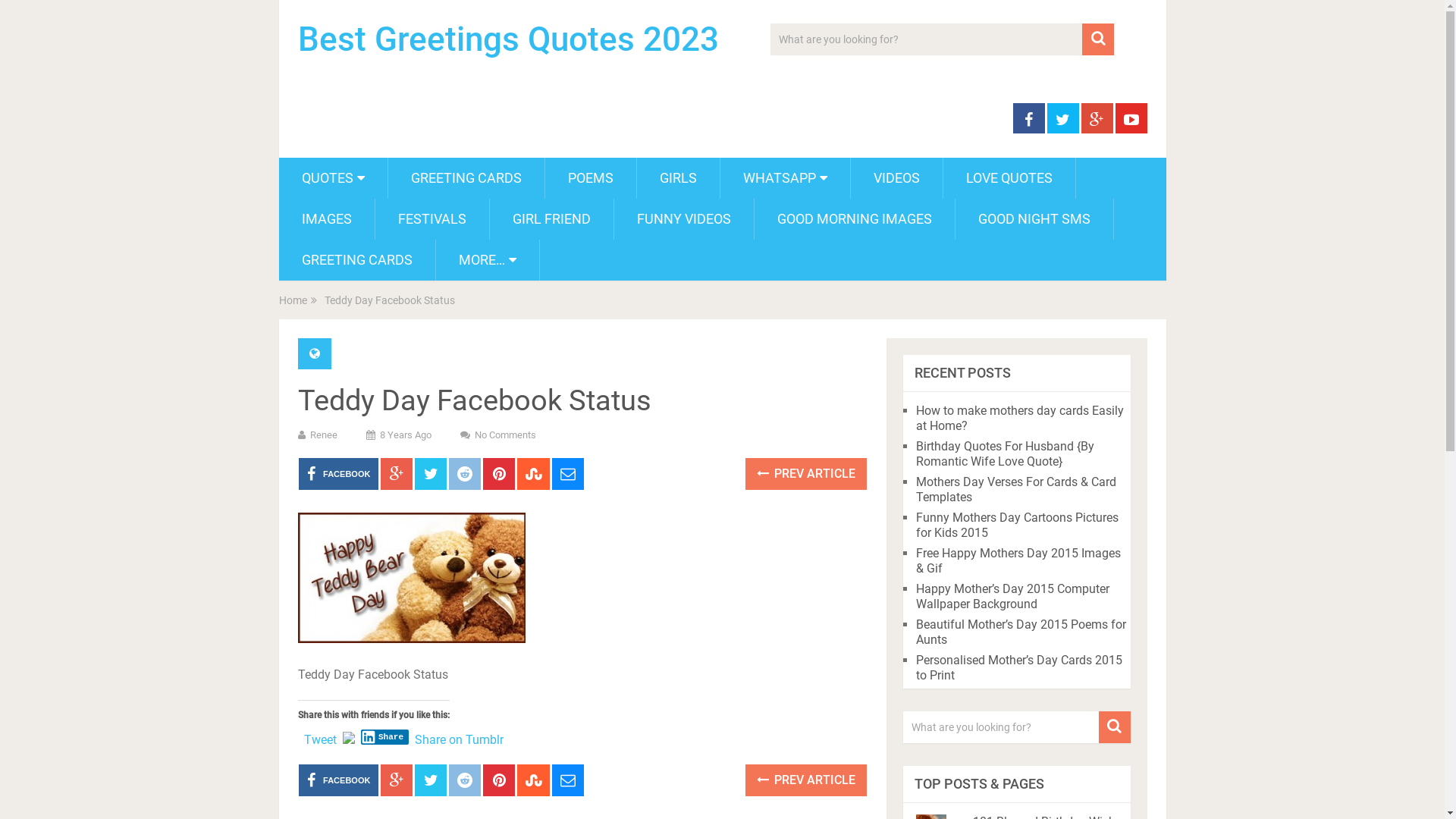  Describe the element at coordinates (1033, 219) in the screenshot. I see `'GOOD NIGHT SMS'` at that location.